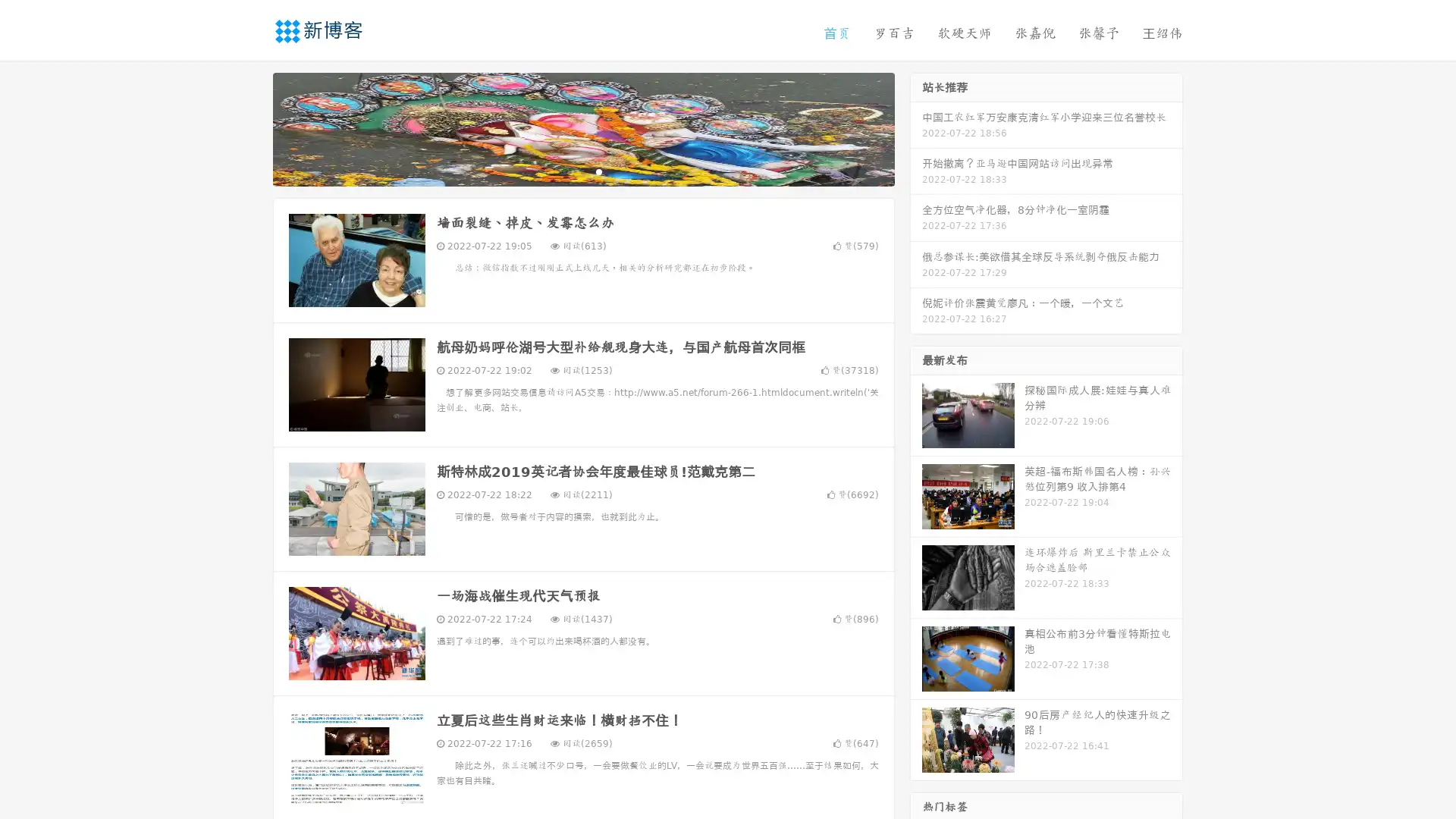 The image size is (1456, 819). What do you see at coordinates (582, 171) in the screenshot?
I see `Go to slide 2` at bounding box center [582, 171].